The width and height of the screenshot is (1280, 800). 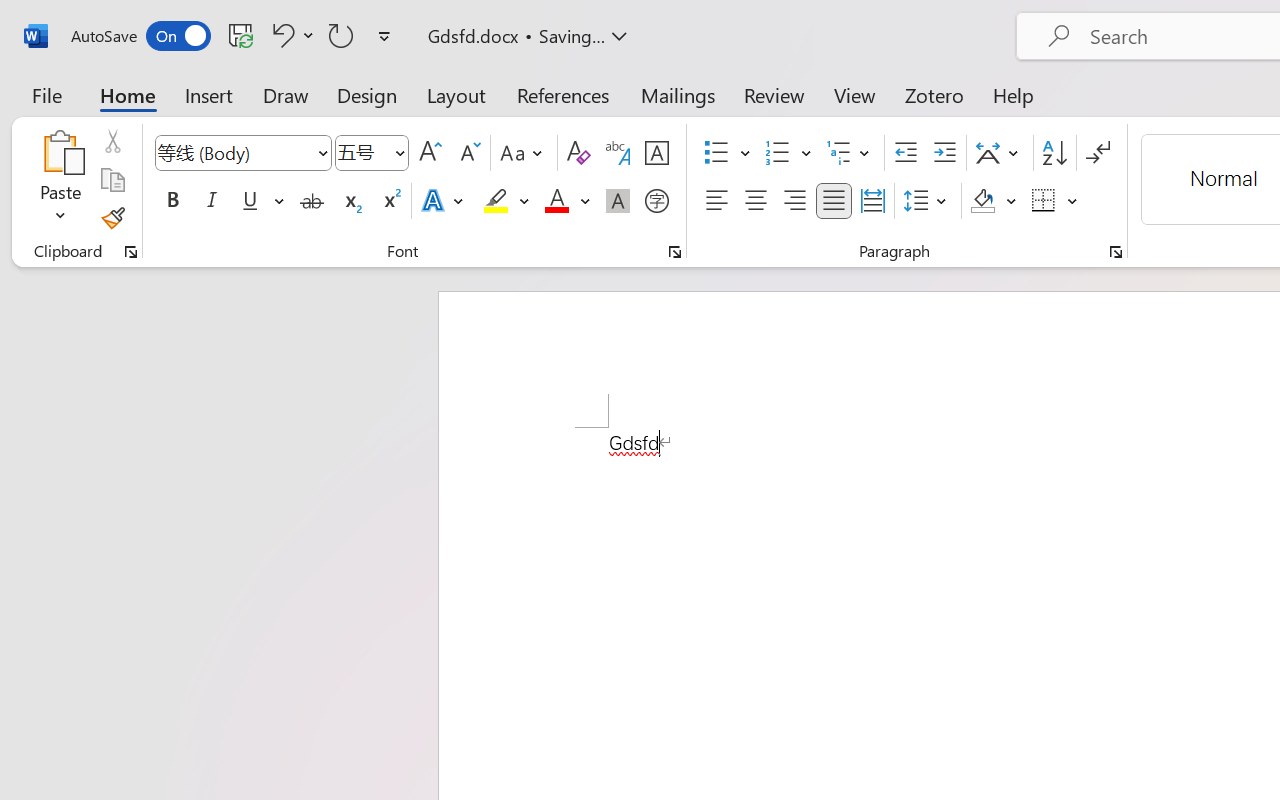 I want to click on 'Shading', so click(x=993, y=201).